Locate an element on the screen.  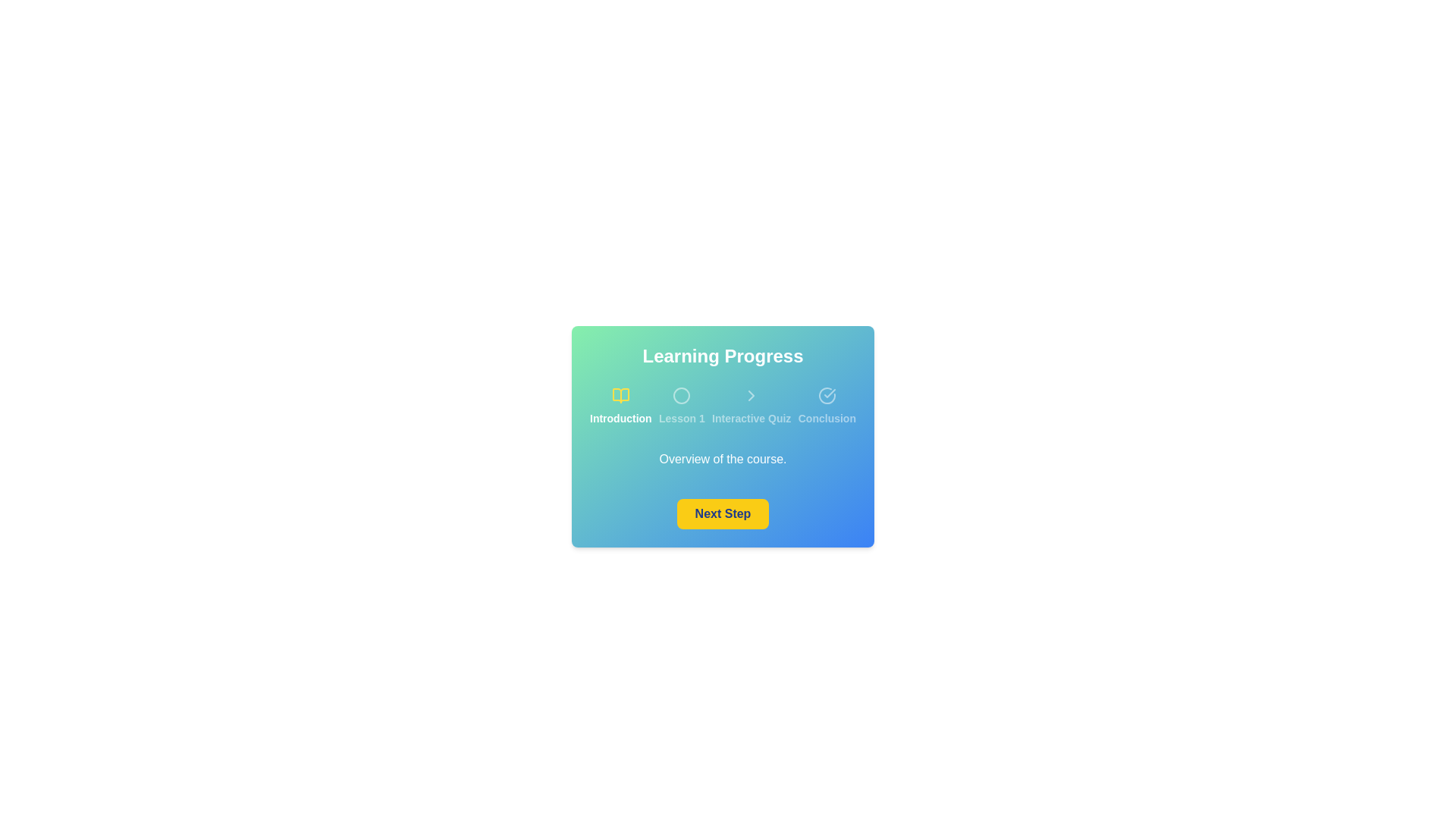
the prominent yellow button labeled 'Next Step' located at the bottom of the 'Learning Progress' section is located at coordinates (722, 513).